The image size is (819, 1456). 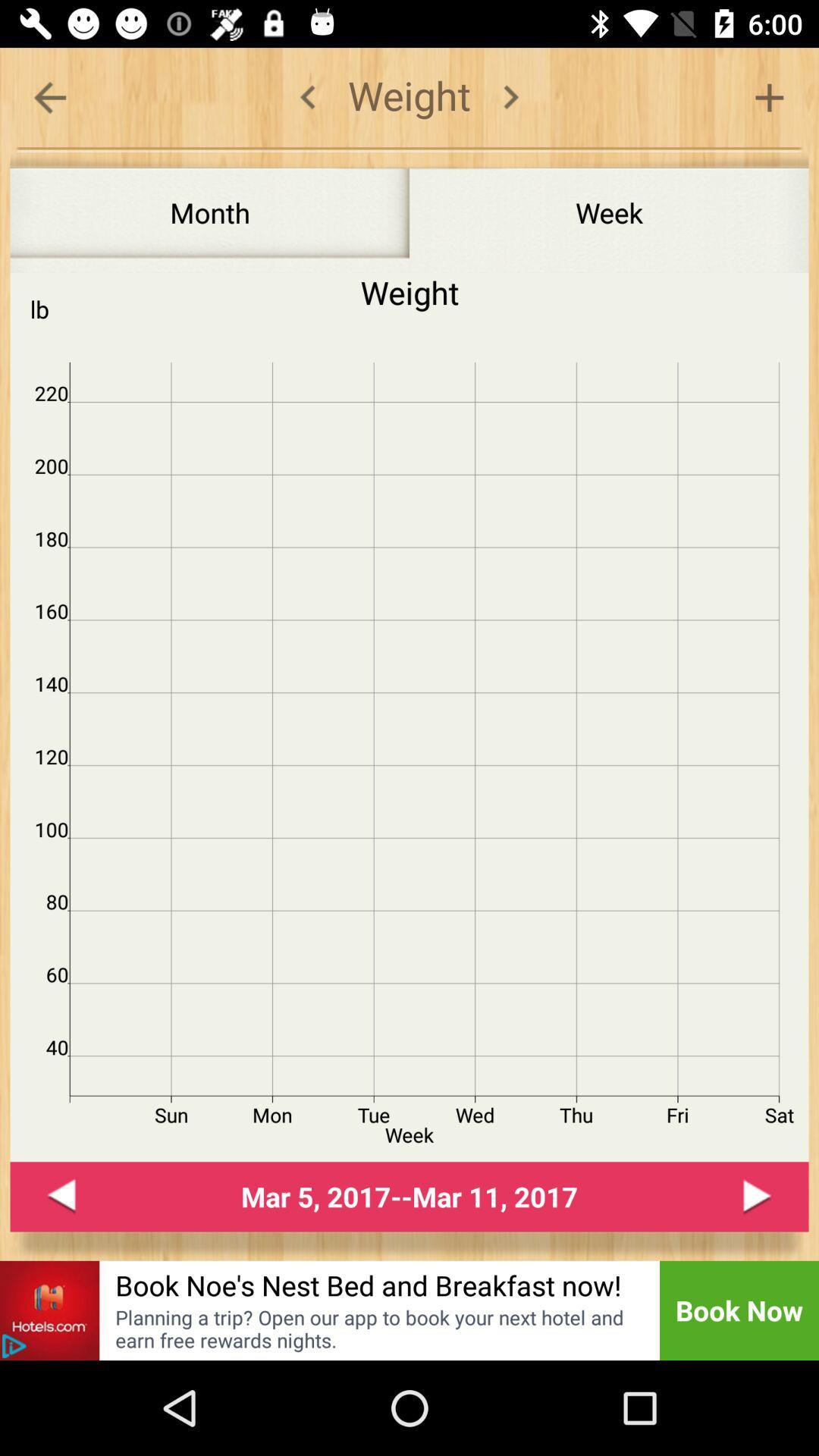 I want to click on previous, so click(x=61, y=1196).